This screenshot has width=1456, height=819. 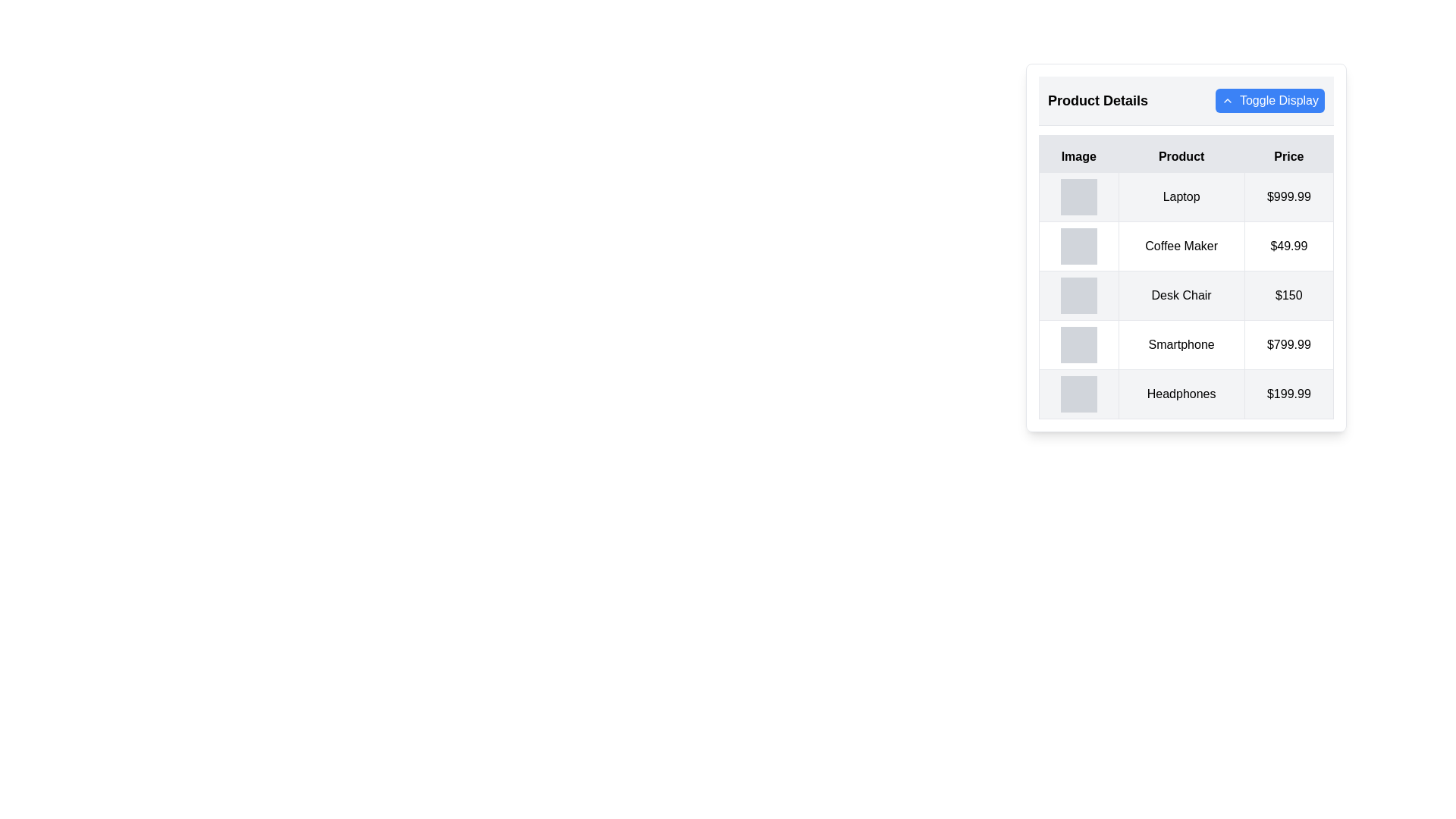 I want to click on the 'Desk Chair' text display element located in the third row of the table under the 'Product' column, so click(x=1181, y=295).